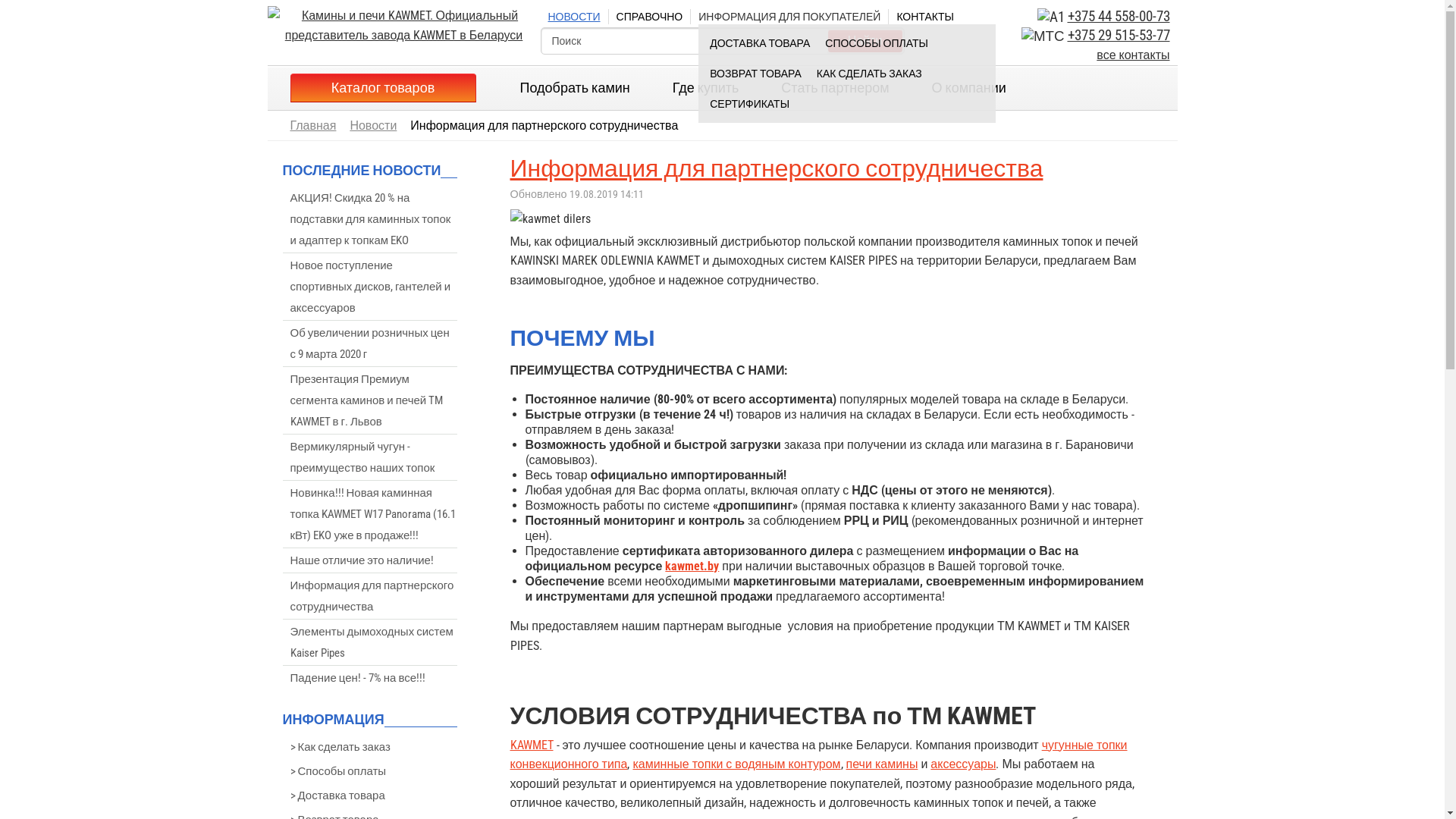  What do you see at coordinates (691, 566) in the screenshot?
I see `'kawmet.by'` at bounding box center [691, 566].